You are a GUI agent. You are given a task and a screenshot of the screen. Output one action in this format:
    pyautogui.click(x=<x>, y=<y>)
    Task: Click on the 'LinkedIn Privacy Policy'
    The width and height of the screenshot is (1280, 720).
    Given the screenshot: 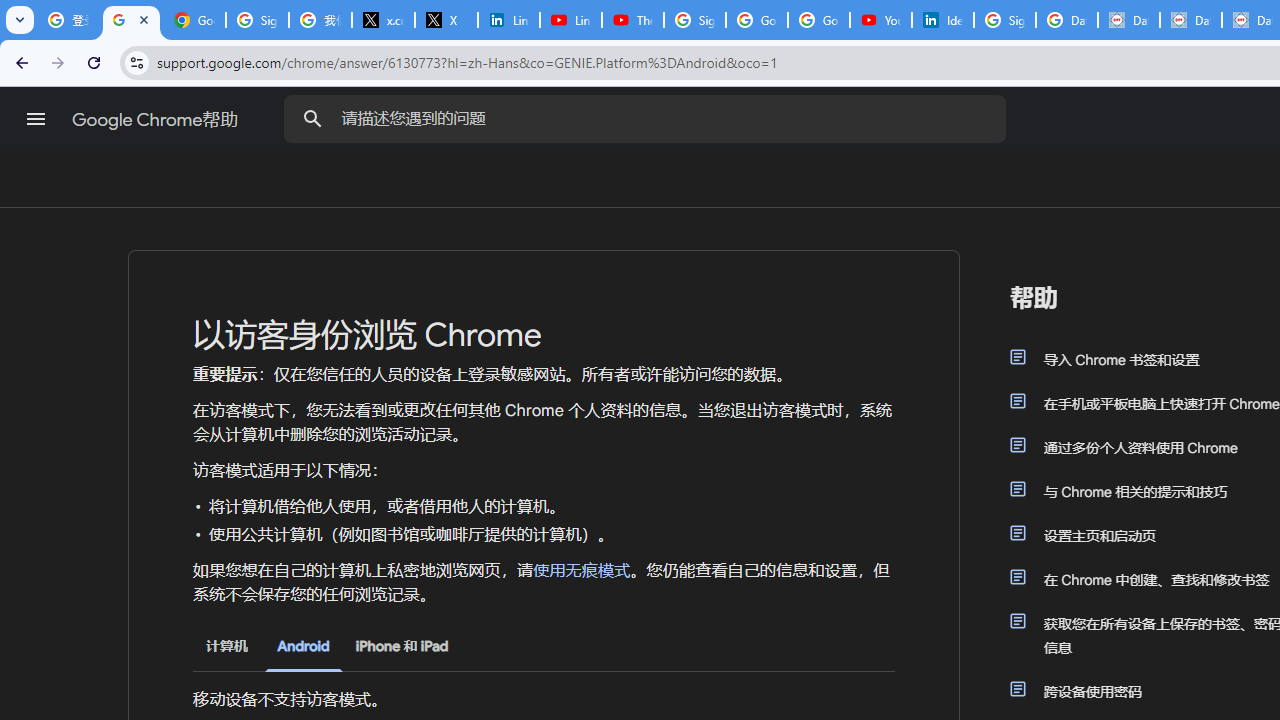 What is the action you would take?
    pyautogui.click(x=508, y=20)
    